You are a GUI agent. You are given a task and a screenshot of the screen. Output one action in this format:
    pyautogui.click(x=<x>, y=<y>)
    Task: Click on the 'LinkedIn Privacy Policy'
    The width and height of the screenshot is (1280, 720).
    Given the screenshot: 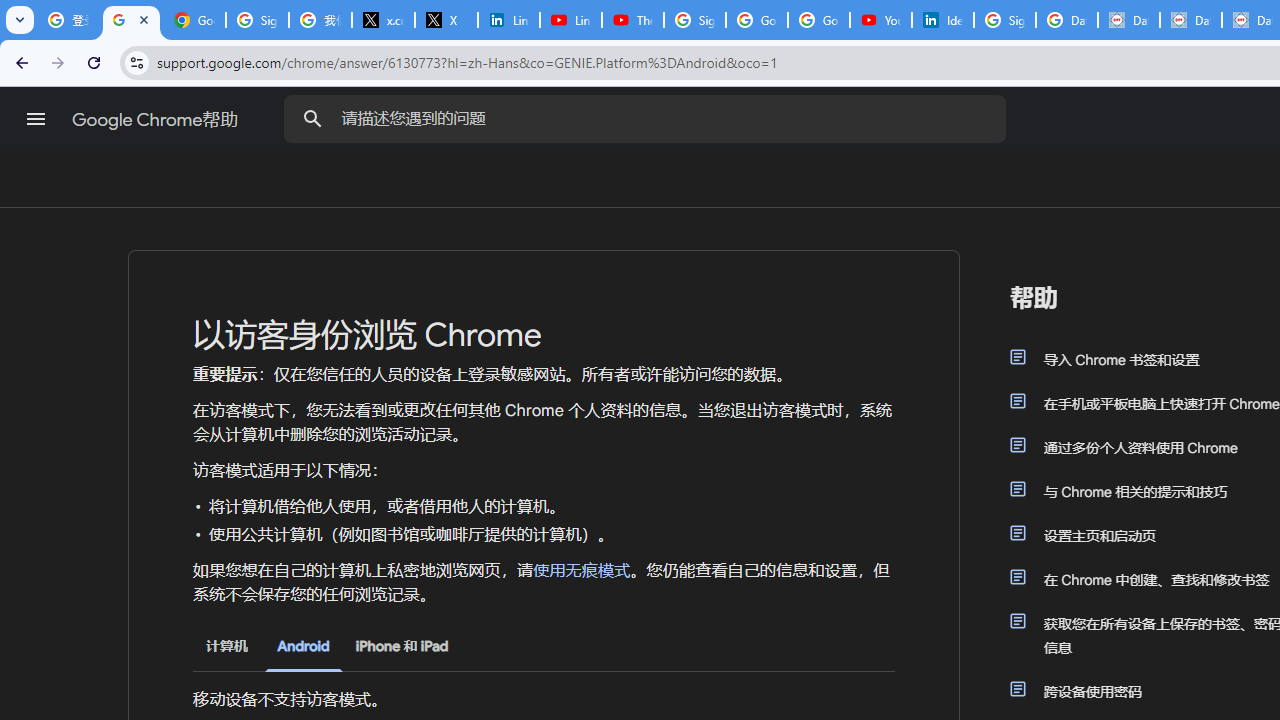 What is the action you would take?
    pyautogui.click(x=508, y=20)
    